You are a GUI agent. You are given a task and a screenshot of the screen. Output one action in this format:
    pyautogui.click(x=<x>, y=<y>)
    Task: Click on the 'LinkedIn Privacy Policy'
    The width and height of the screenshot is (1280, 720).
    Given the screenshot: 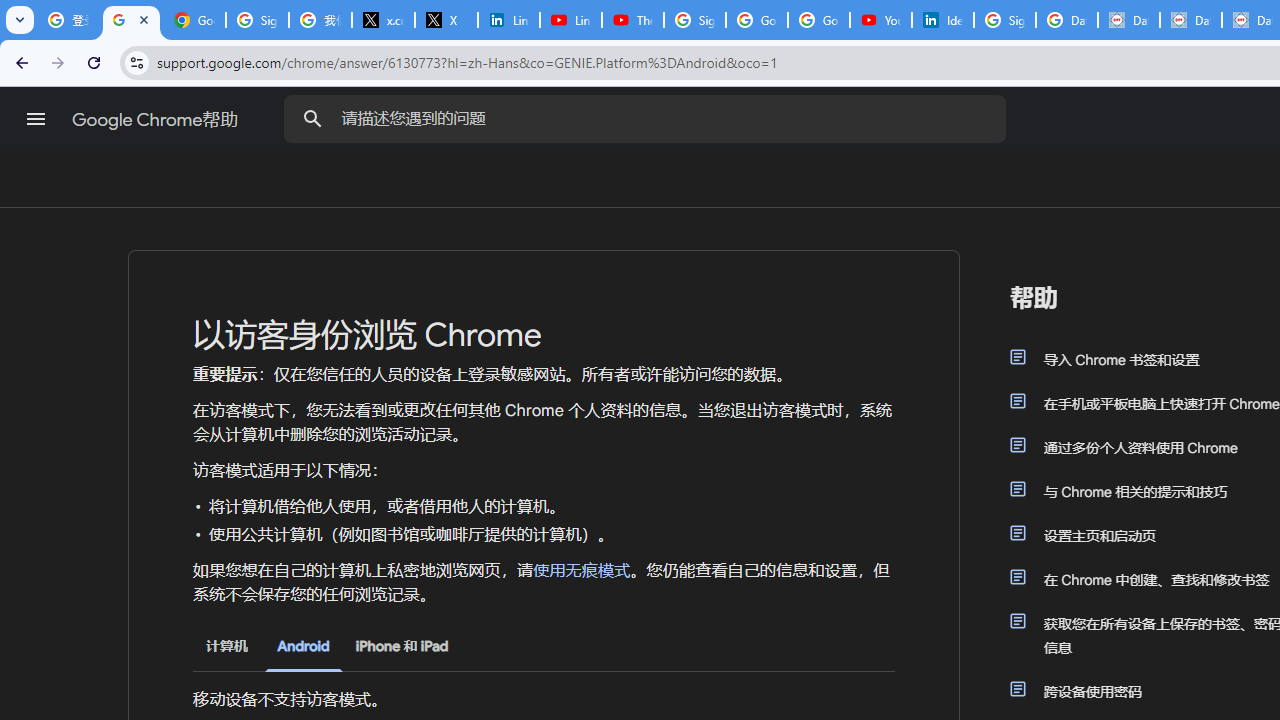 What is the action you would take?
    pyautogui.click(x=508, y=20)
    